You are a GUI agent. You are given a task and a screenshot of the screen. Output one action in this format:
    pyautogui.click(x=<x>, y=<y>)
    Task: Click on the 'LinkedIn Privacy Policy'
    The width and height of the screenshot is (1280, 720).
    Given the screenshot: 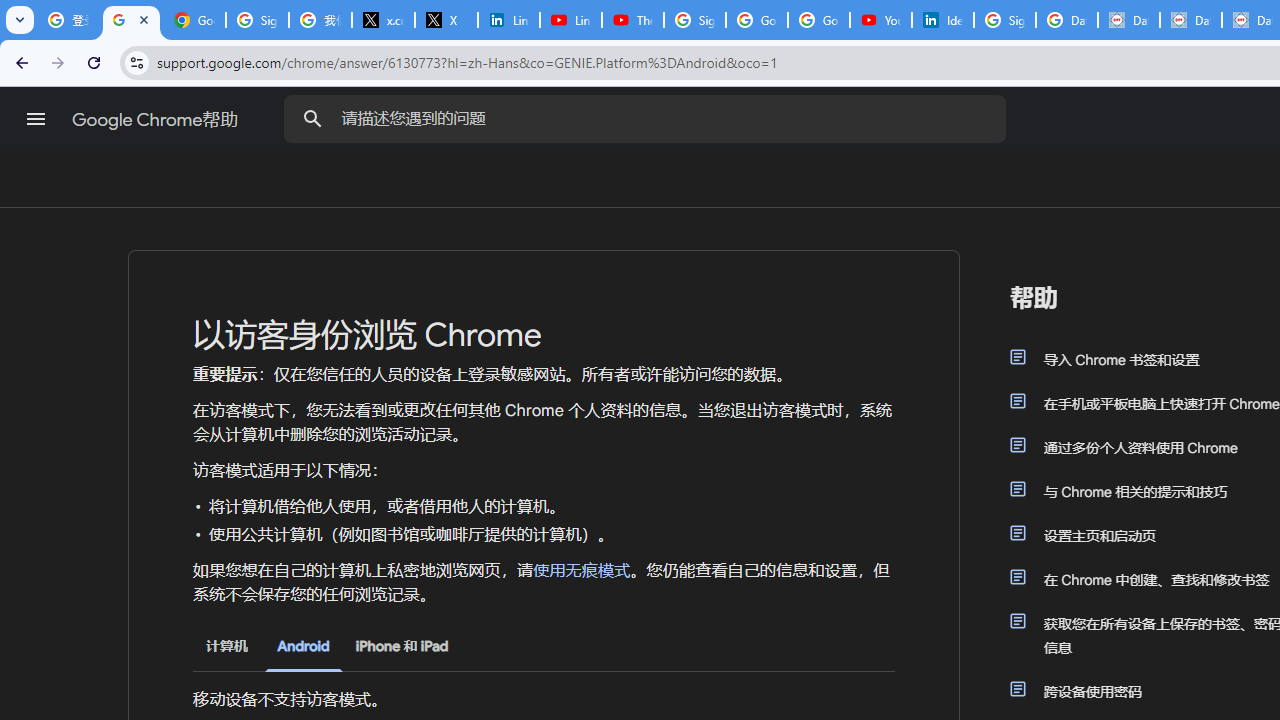 What is the action you would take?
    pyautogui.click(x=508, y=20)
    